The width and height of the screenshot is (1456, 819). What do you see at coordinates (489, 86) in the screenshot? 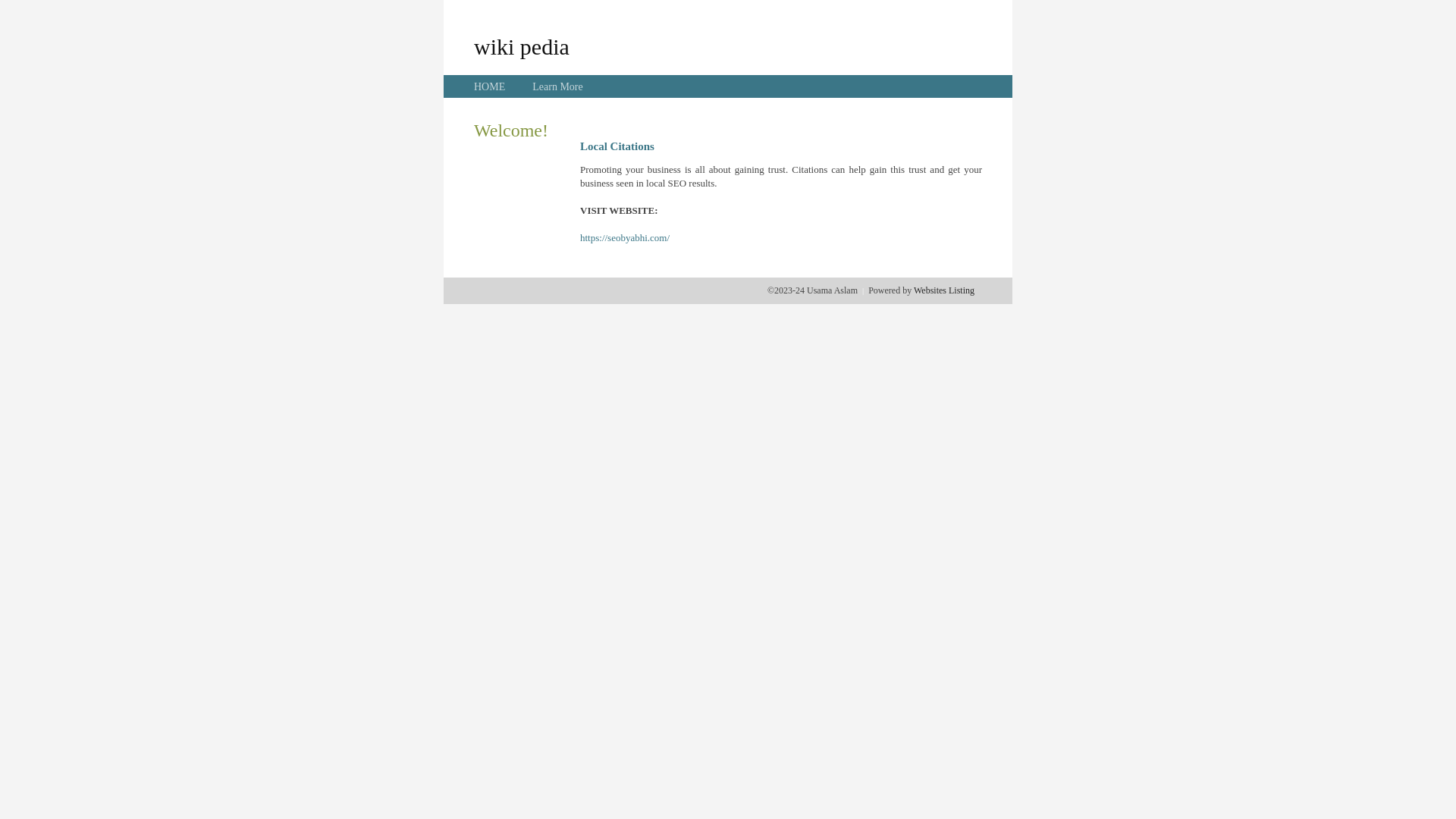
I see `'HOME'` at bounding box center [489, 86].